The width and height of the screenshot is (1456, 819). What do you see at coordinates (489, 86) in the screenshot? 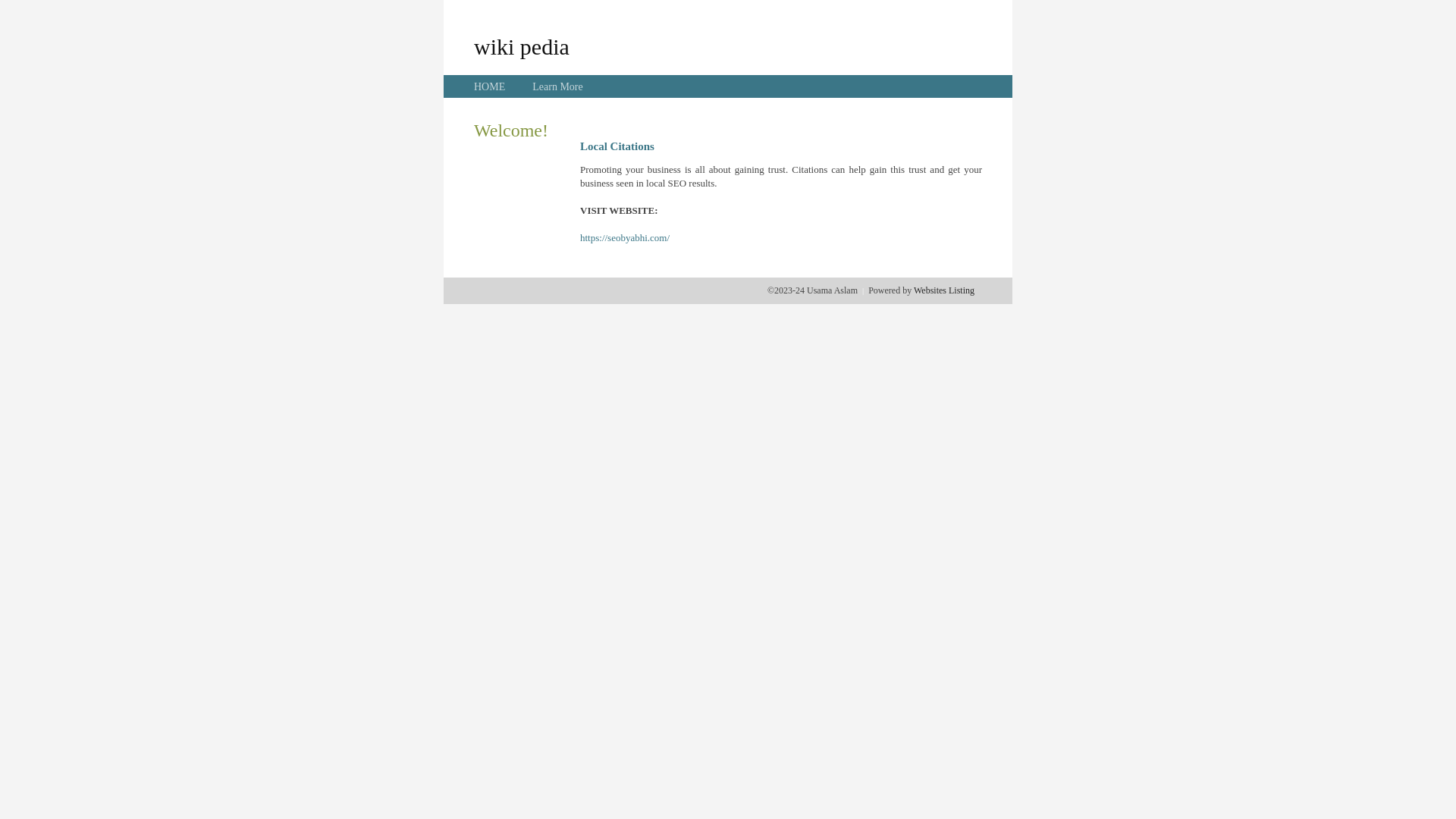
I see `'HOME'` at bounding box center [489, 86].